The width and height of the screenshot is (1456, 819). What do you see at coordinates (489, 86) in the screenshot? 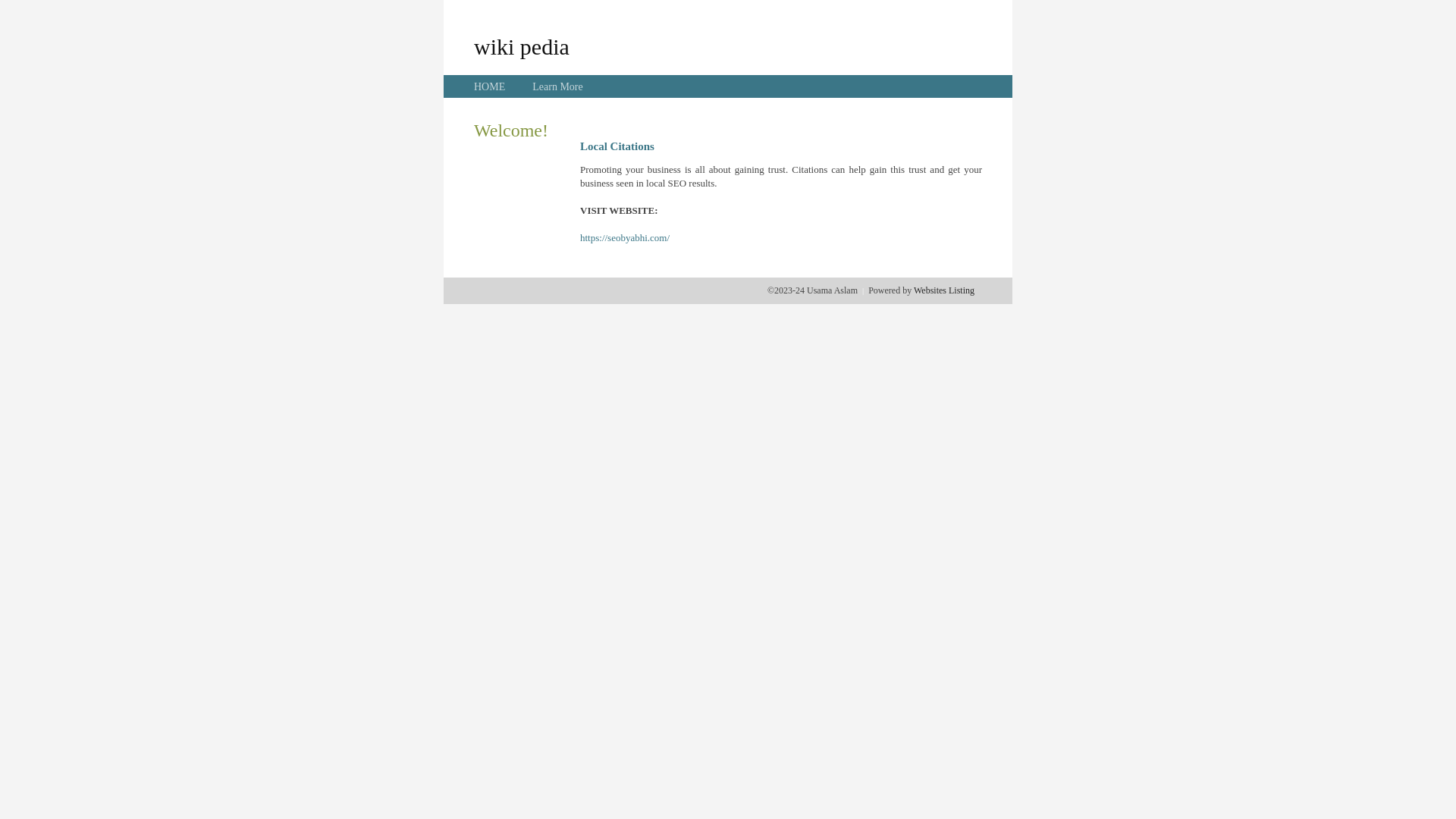
I see `'HOME'` at bounding box center [489, 86].